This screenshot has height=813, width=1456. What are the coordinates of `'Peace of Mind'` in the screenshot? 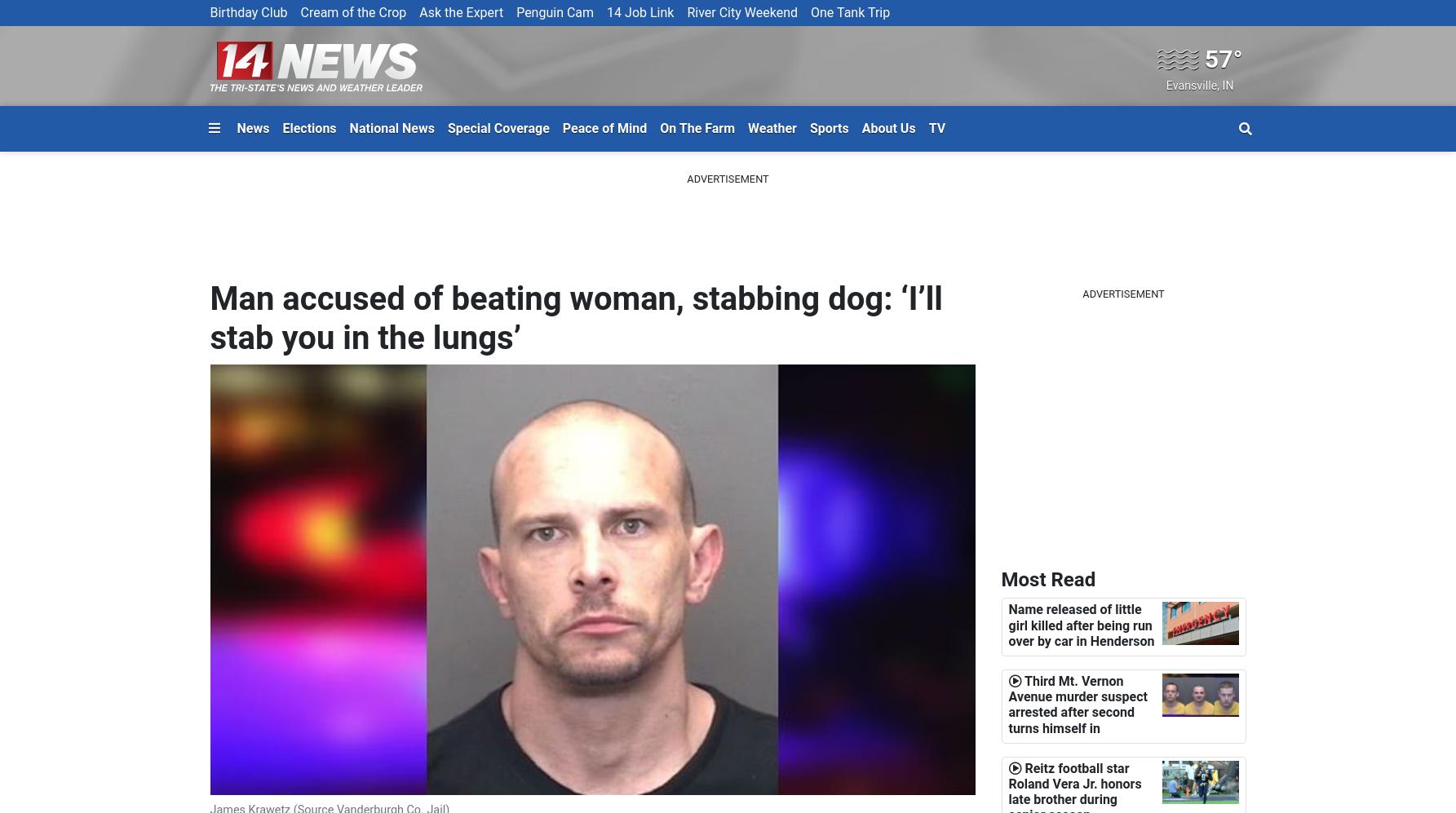 It's located at (603, 126).